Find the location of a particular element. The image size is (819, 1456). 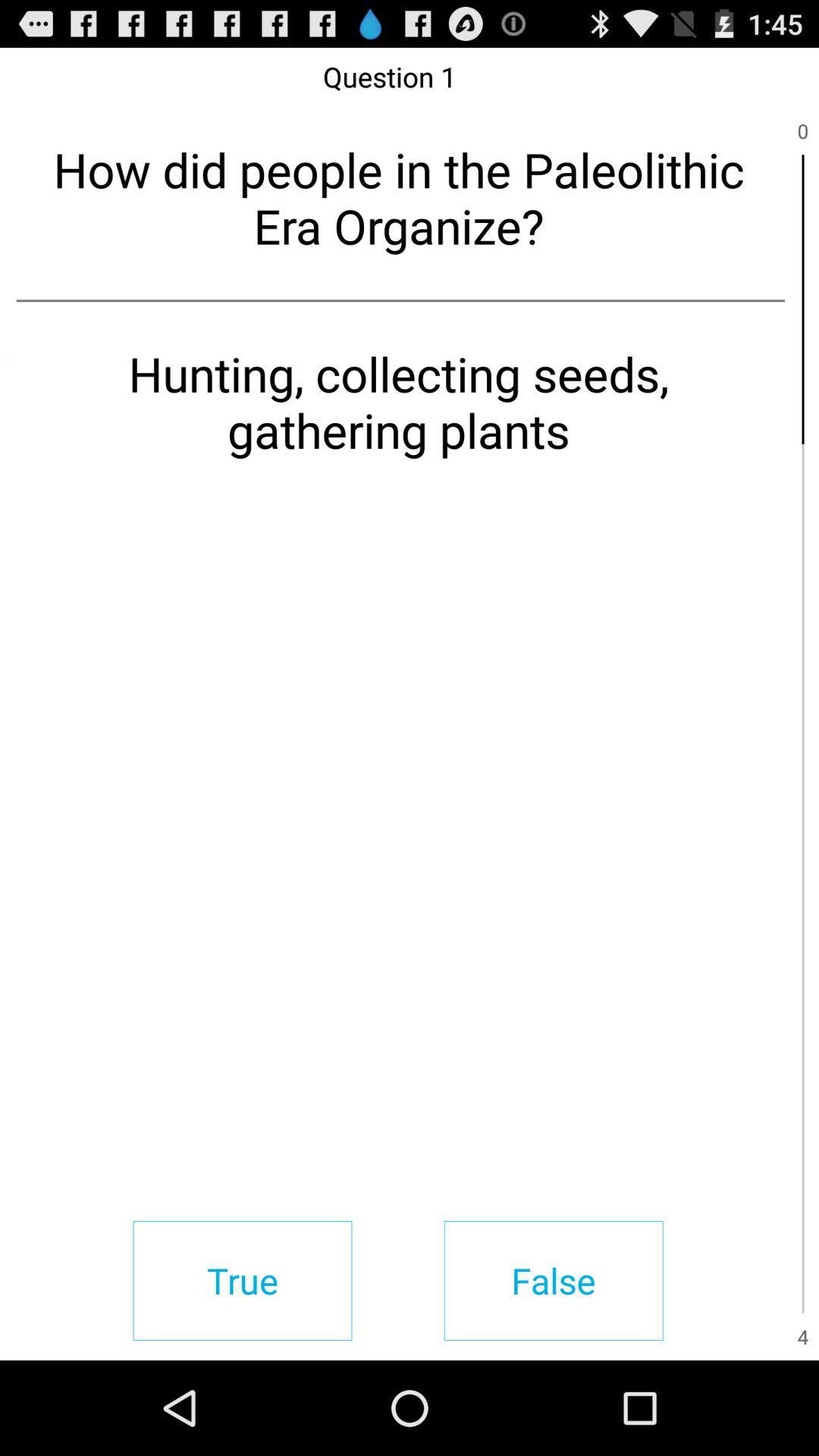

item next to the hunting collecting seeds item is located at coordinates (802, 588).